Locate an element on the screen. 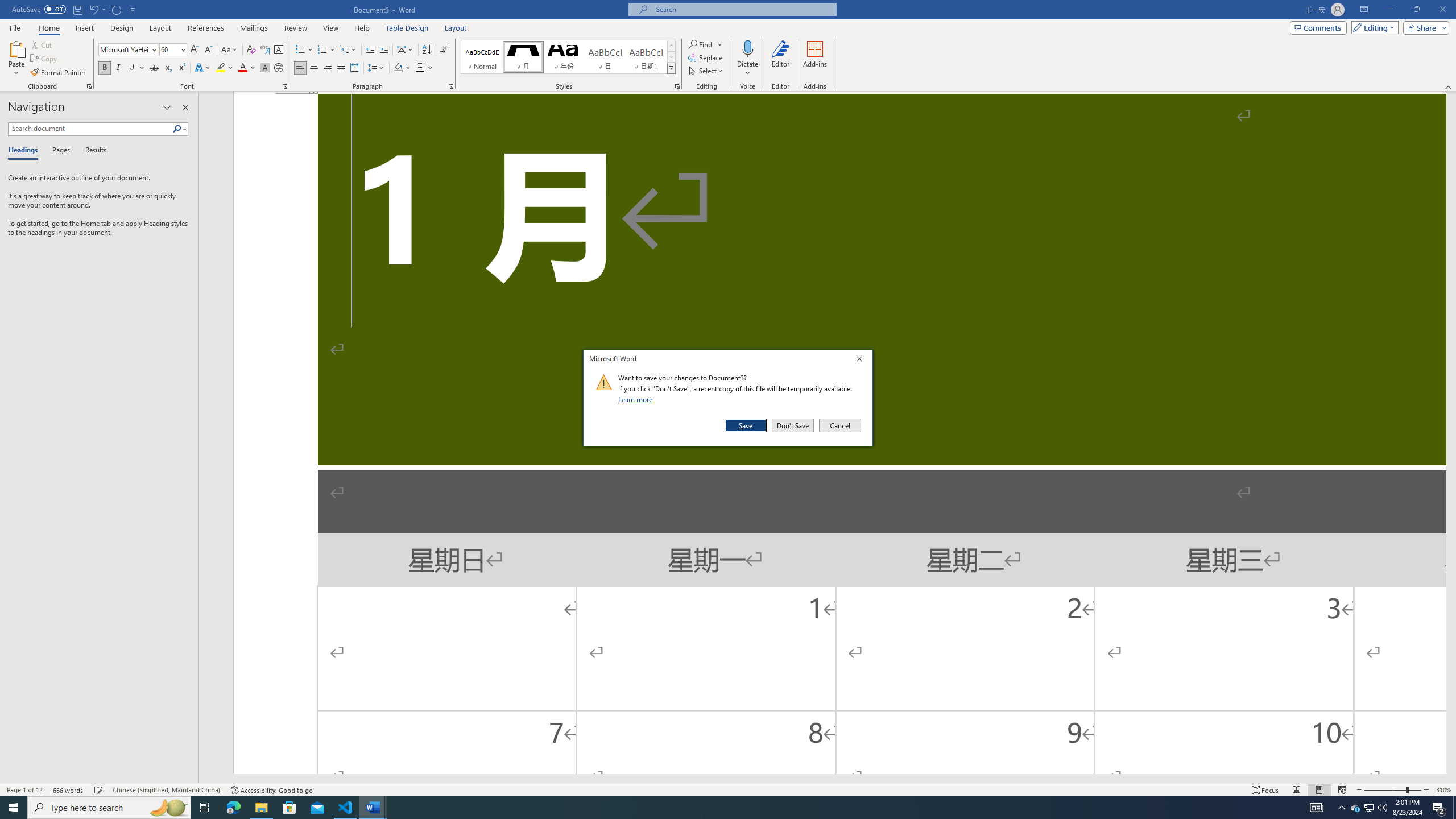 Image resolution: width=1456 pixels, height=819 pixels. 'Select' is located at coordinates (705, 69).